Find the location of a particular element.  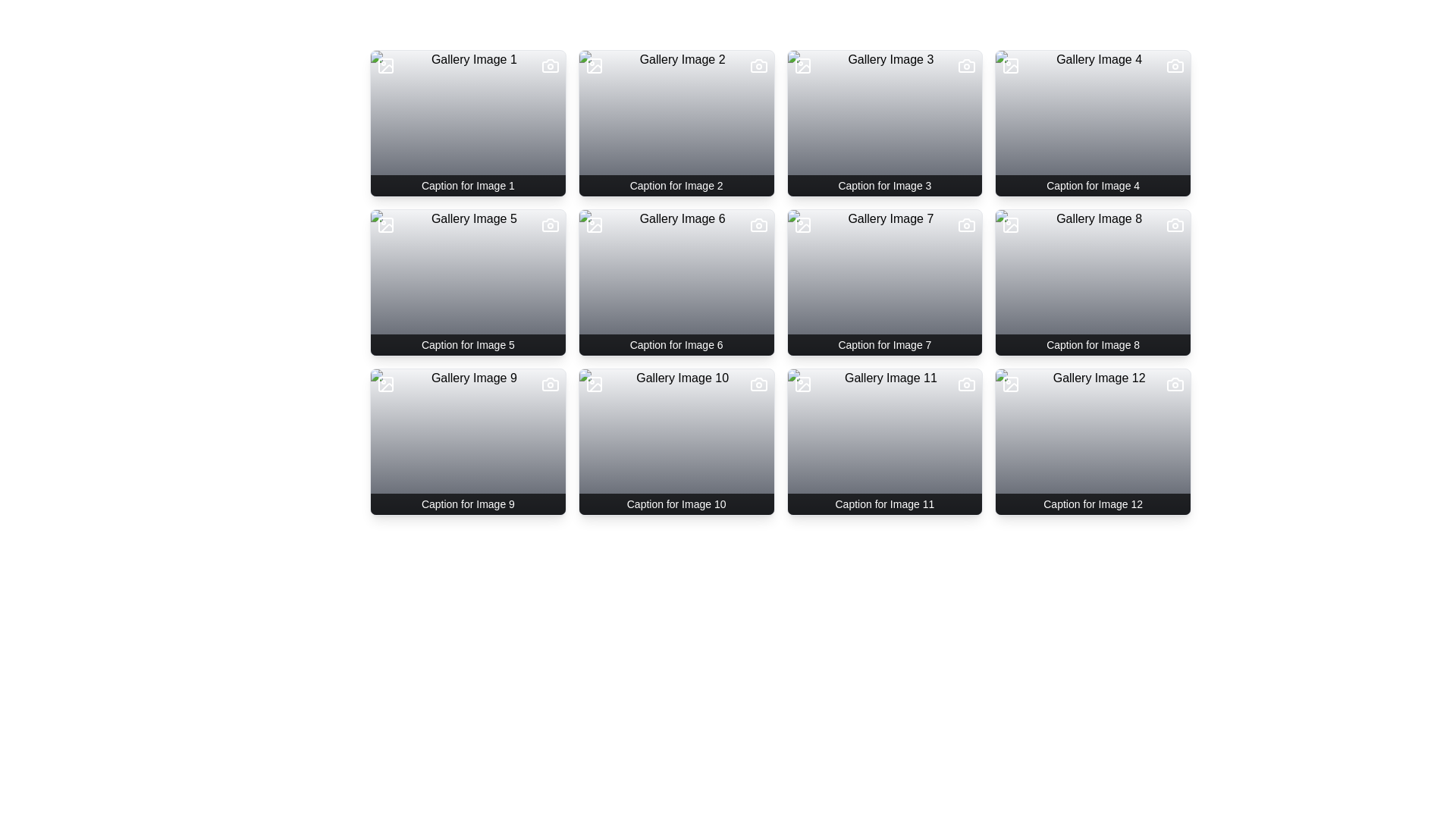

the decorative graphic located at the top-left corner of the icon representing the 'Gallery Image 1' is located at coordinates (385, 65).